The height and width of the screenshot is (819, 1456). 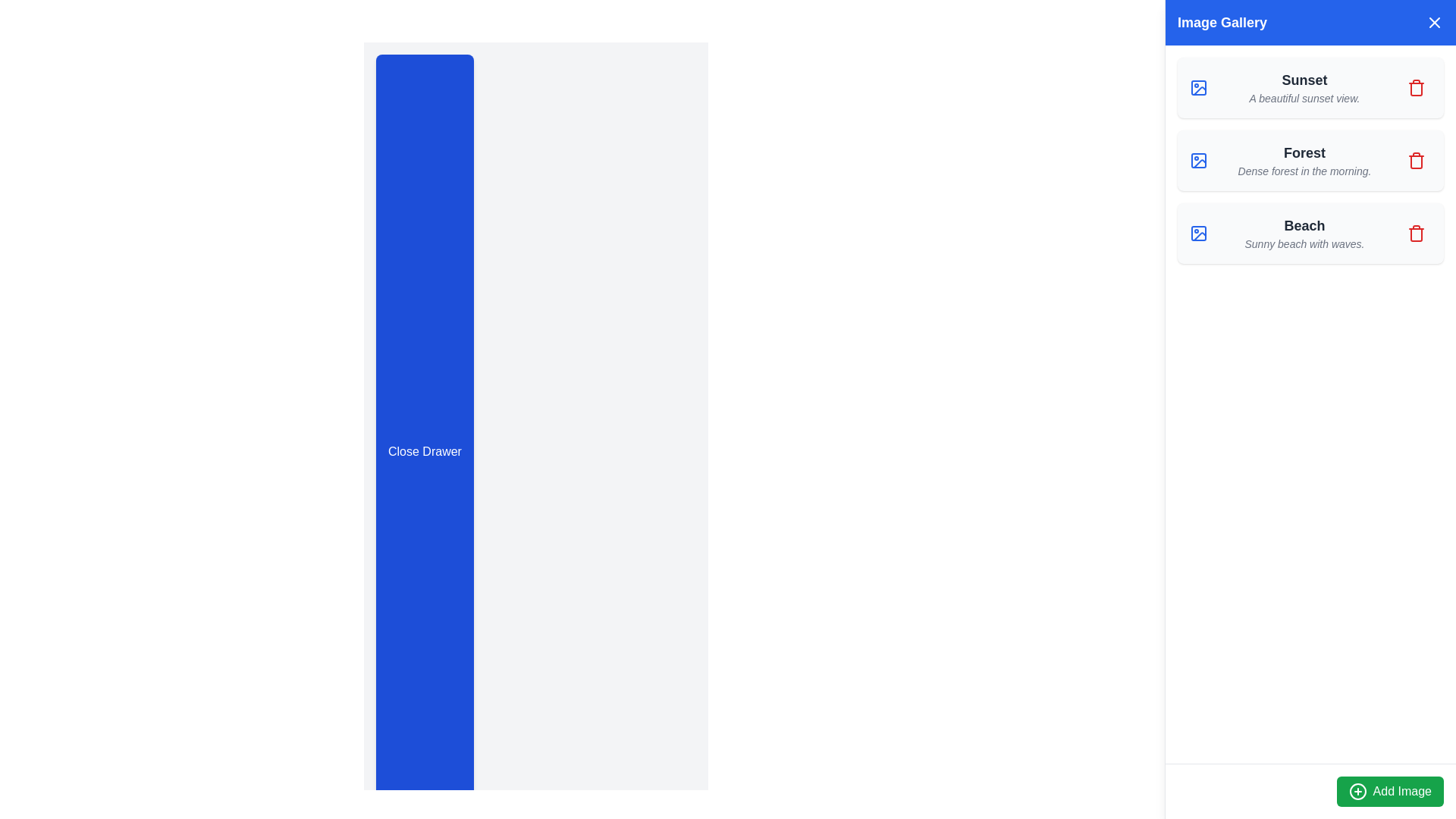 I want to click on the dismiss icon located in the top-right corner of the 'Image Gallery' panel, so click(x=1433, y=23).